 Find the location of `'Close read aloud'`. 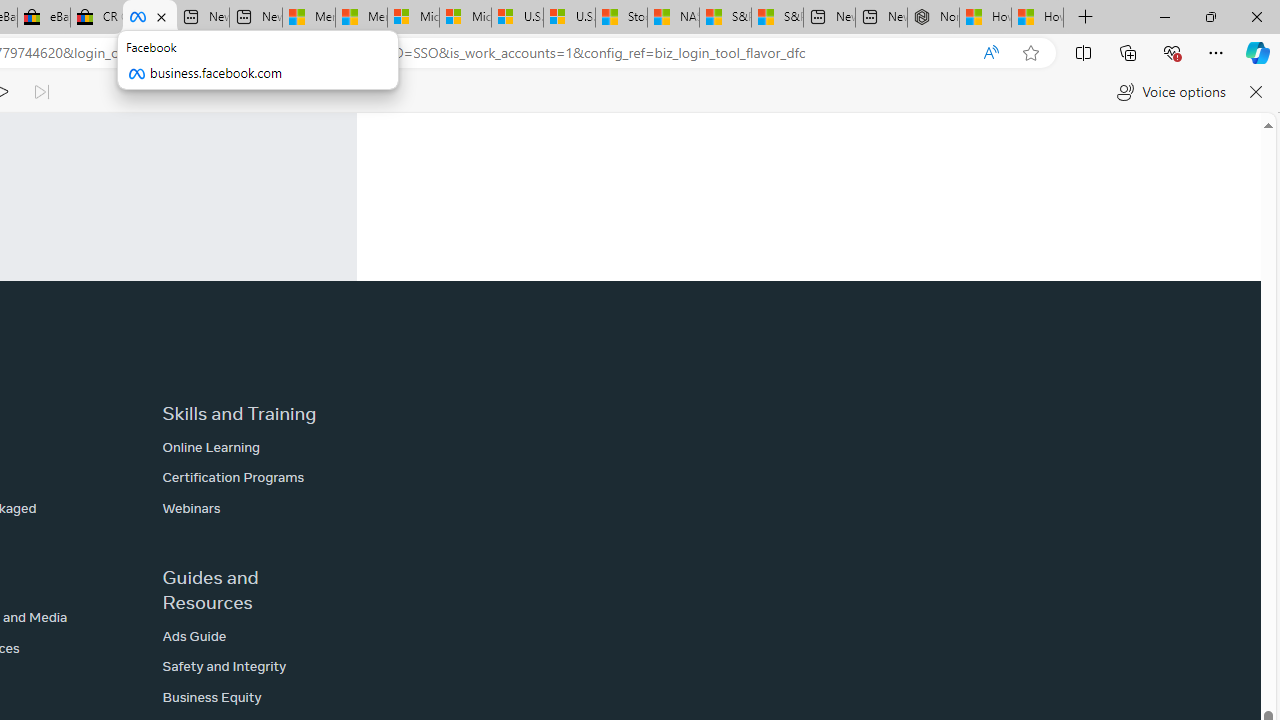

'Close read aloud' is located at coordinates (1254, 92).